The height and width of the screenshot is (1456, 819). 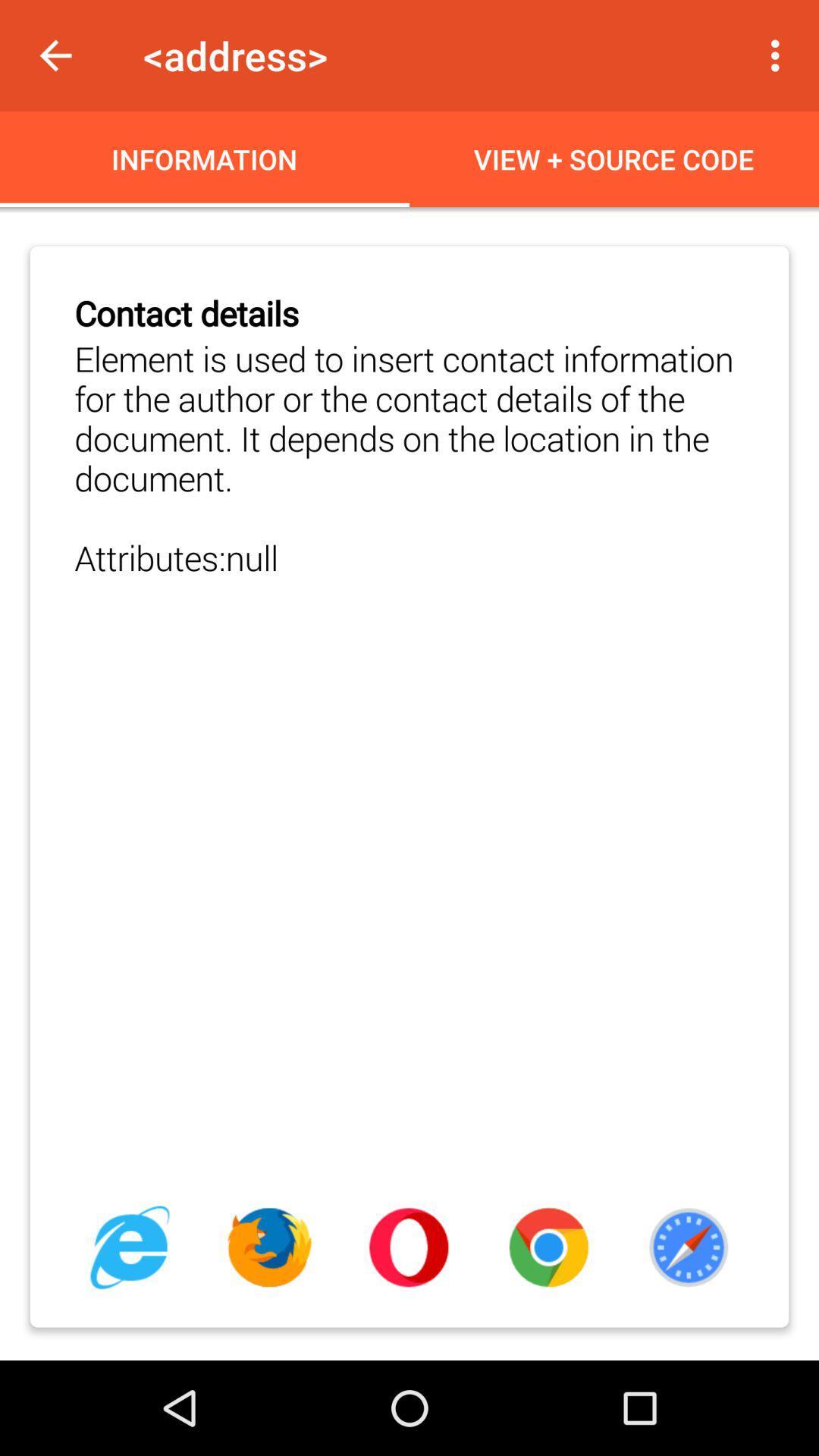 What do you see at coordinates (55, 55) in the screenshot?
I see `item to the left of the <address> app` at bounding box center [55, 55].